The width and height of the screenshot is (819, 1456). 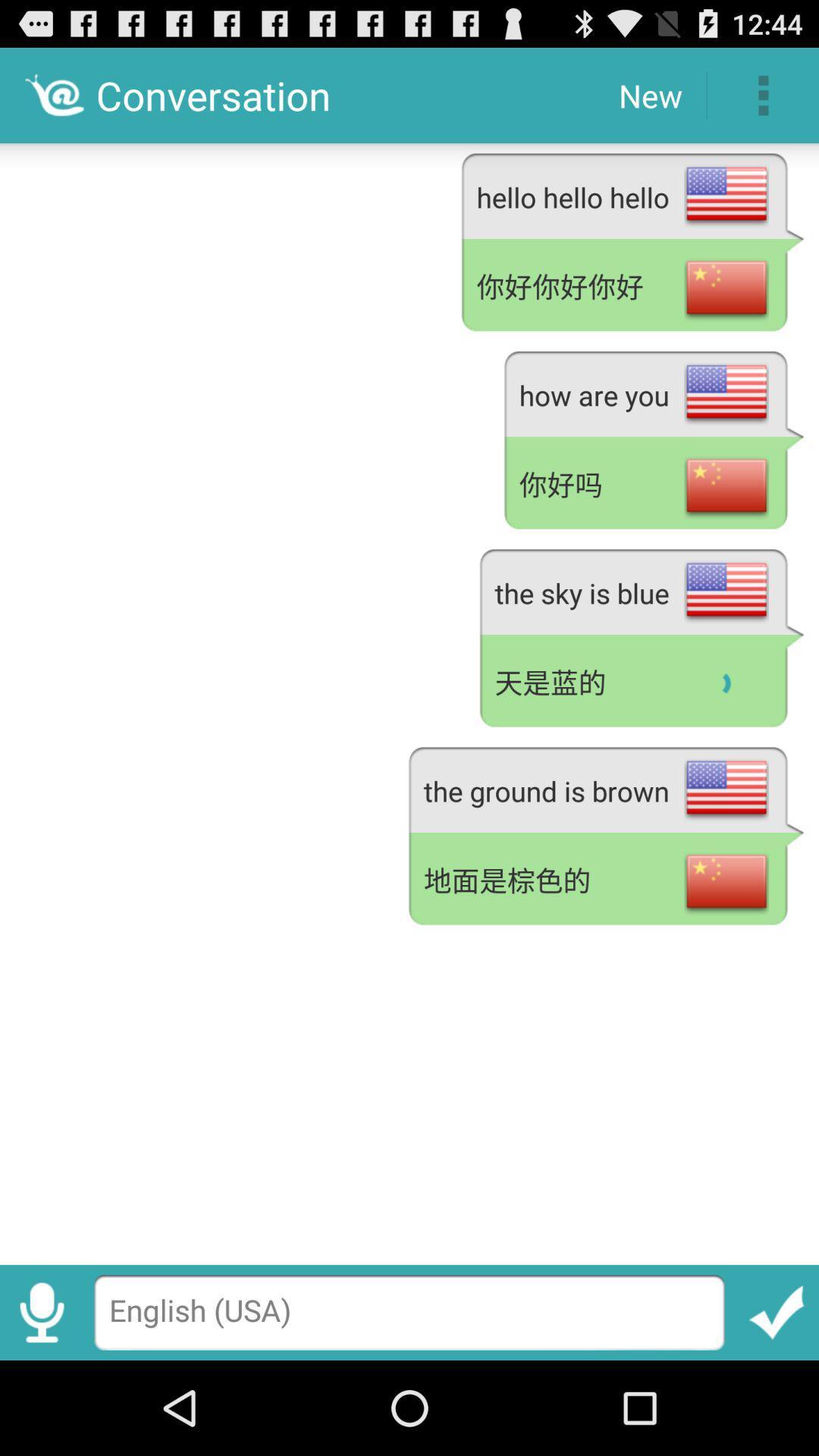 I want to click on text box, so click(x=409, y=1312).